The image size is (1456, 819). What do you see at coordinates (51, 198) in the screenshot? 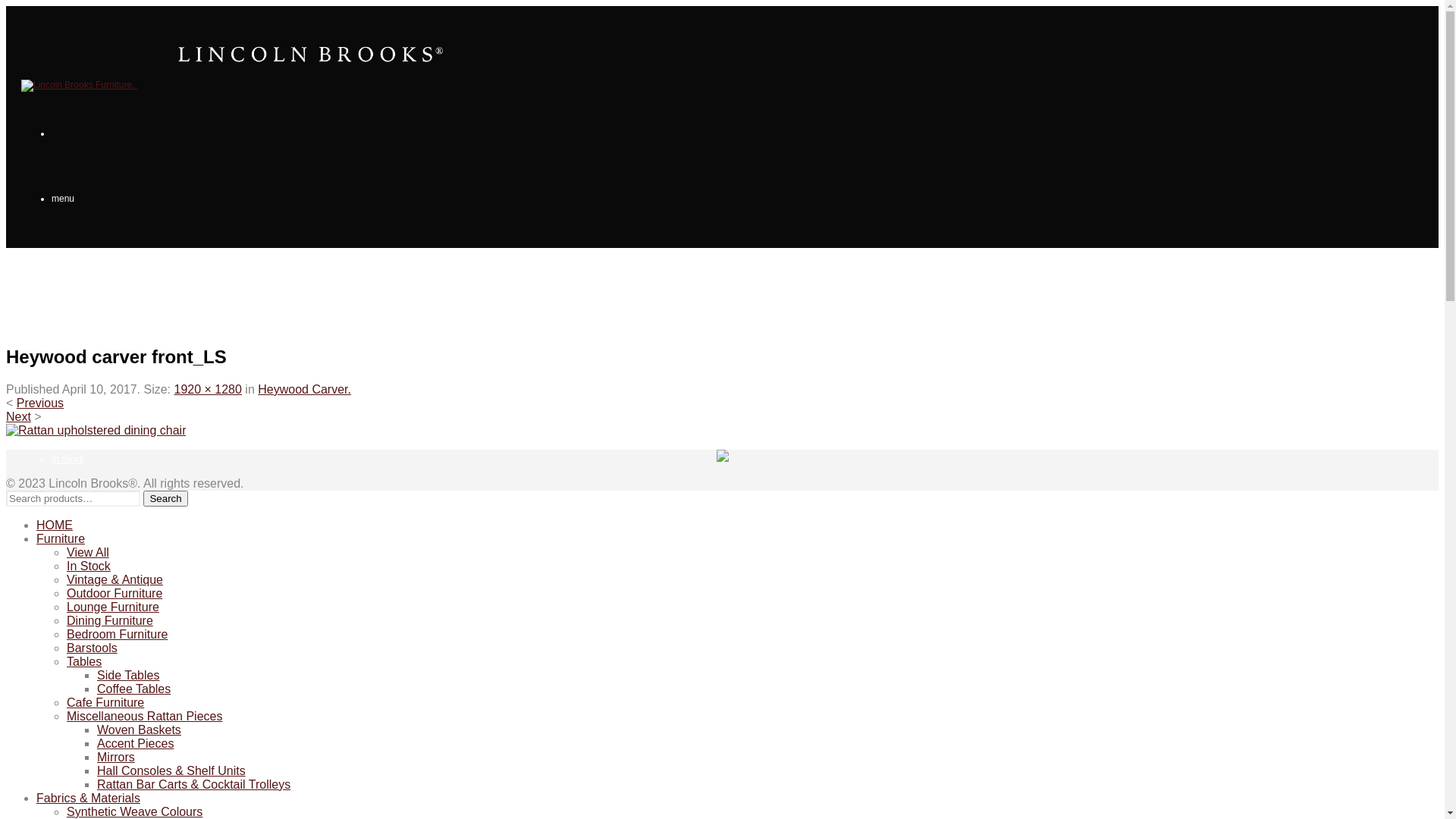
I see `'menu'` at bounding box center [51, 198].